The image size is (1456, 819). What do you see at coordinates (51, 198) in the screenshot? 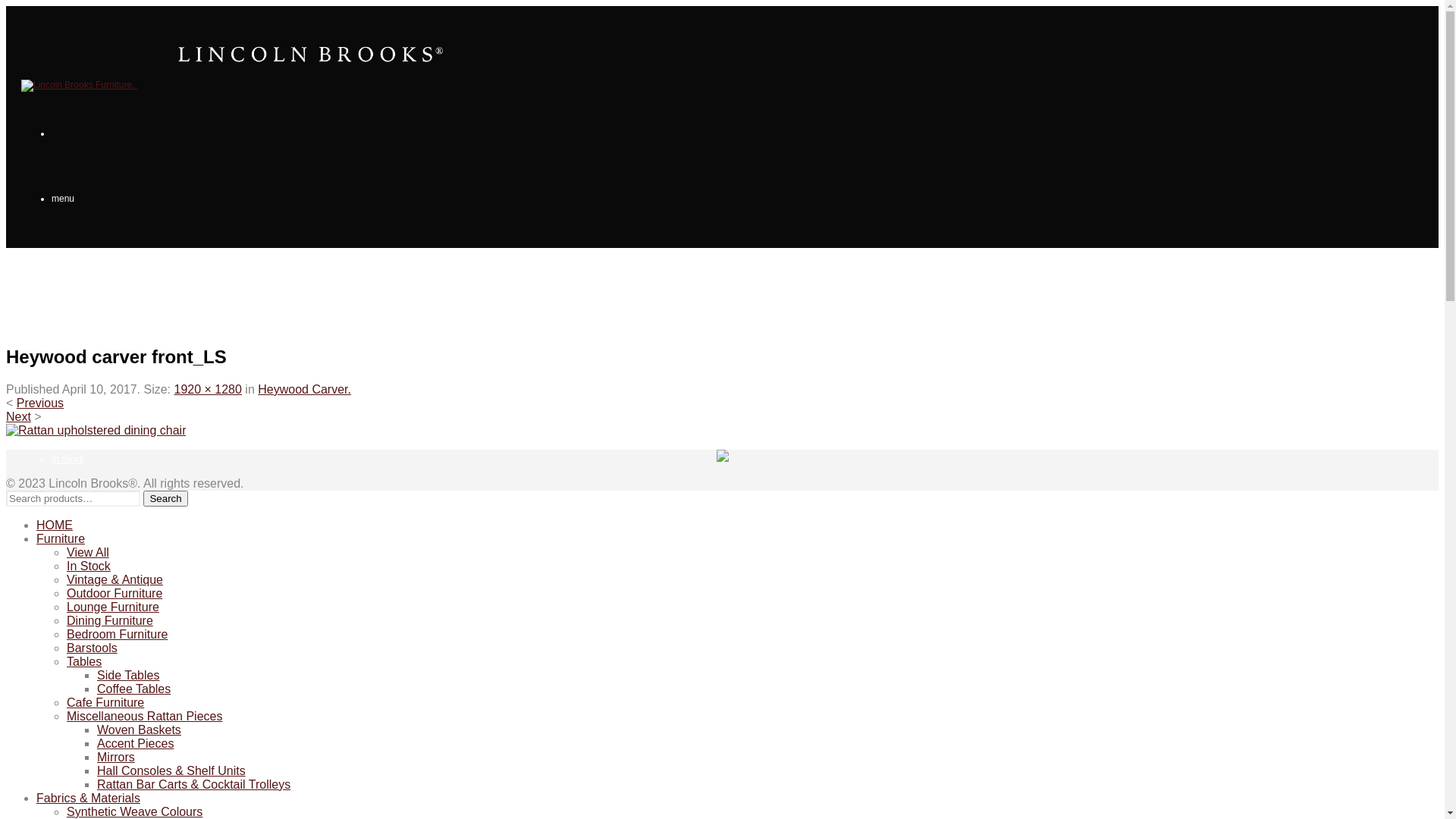
I see `'menu'` at bounding box center [51, 198].